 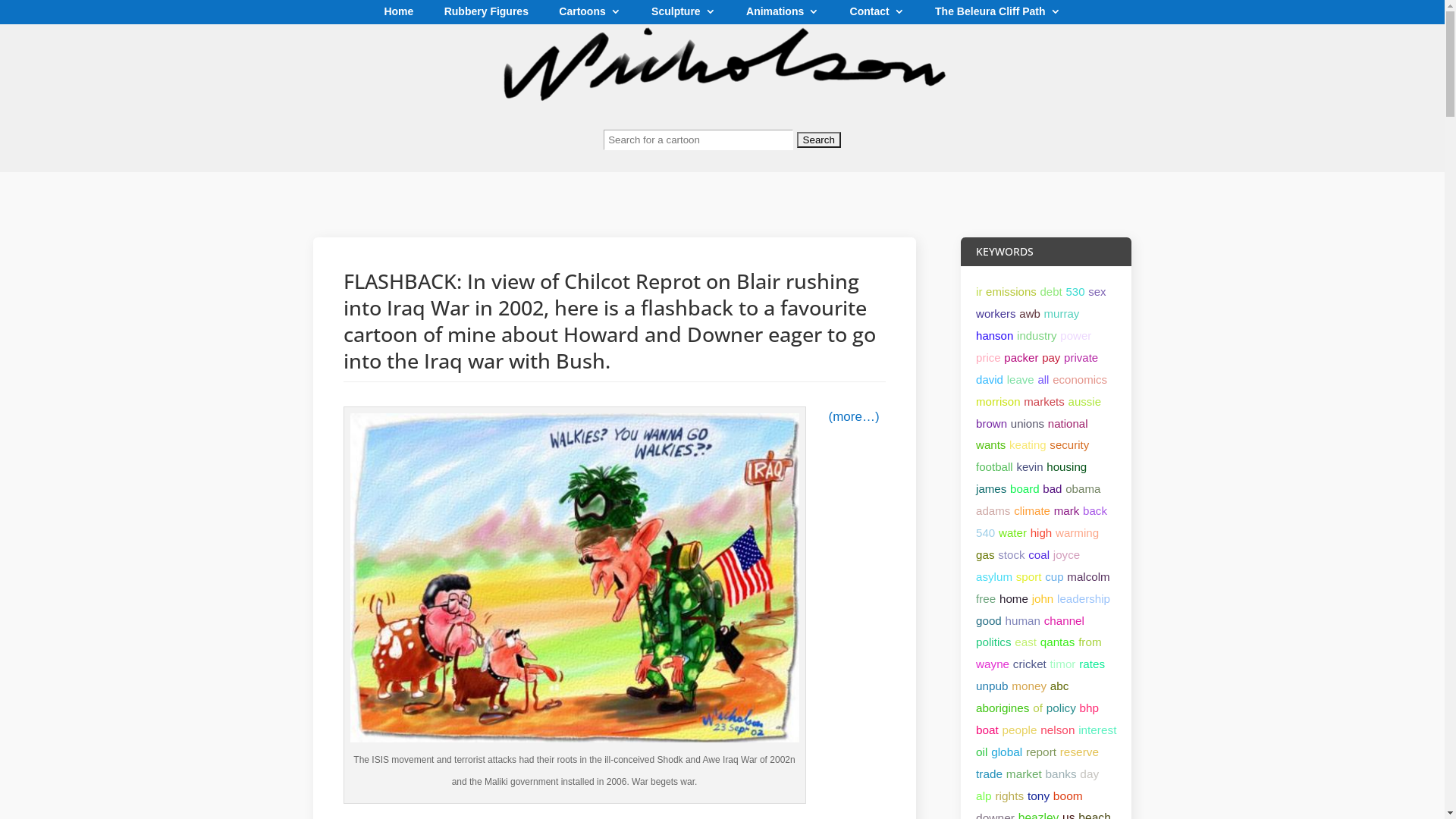 I want to click on 'unpub', so click(x=975, y=686).